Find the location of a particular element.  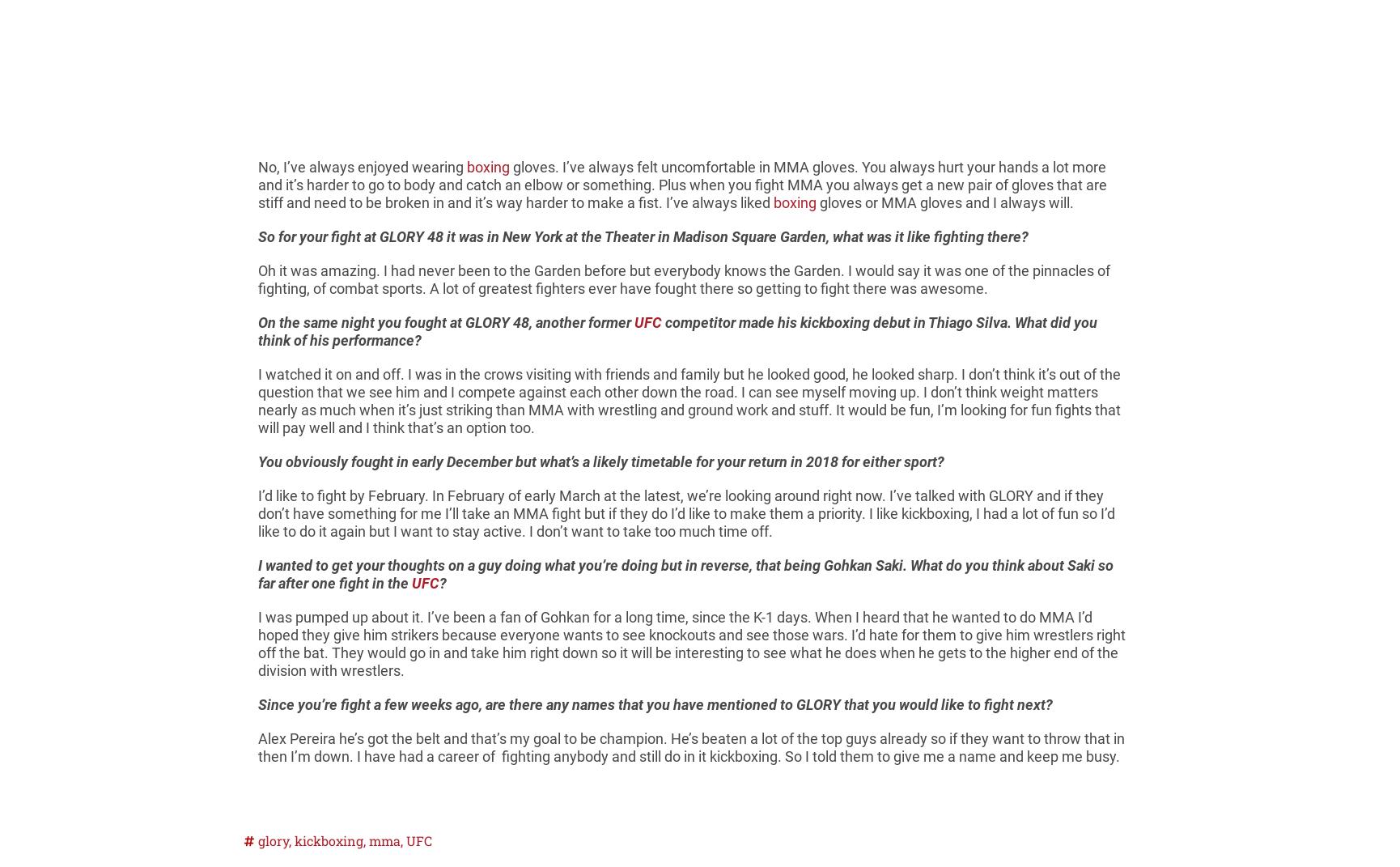

'I’d like to fight by February. In February of early March at the latest, we’re looking around right now. I’ve talked with GLORY and if they don’t have something for me I’ll take an MMA fight but if they do I’d like to make them a priority. I like kickboxing, I had a lot of fun so I’d like to do it again but I want to stay active. I don’t want to take too much time off.' is located at coordinates (685, 512).